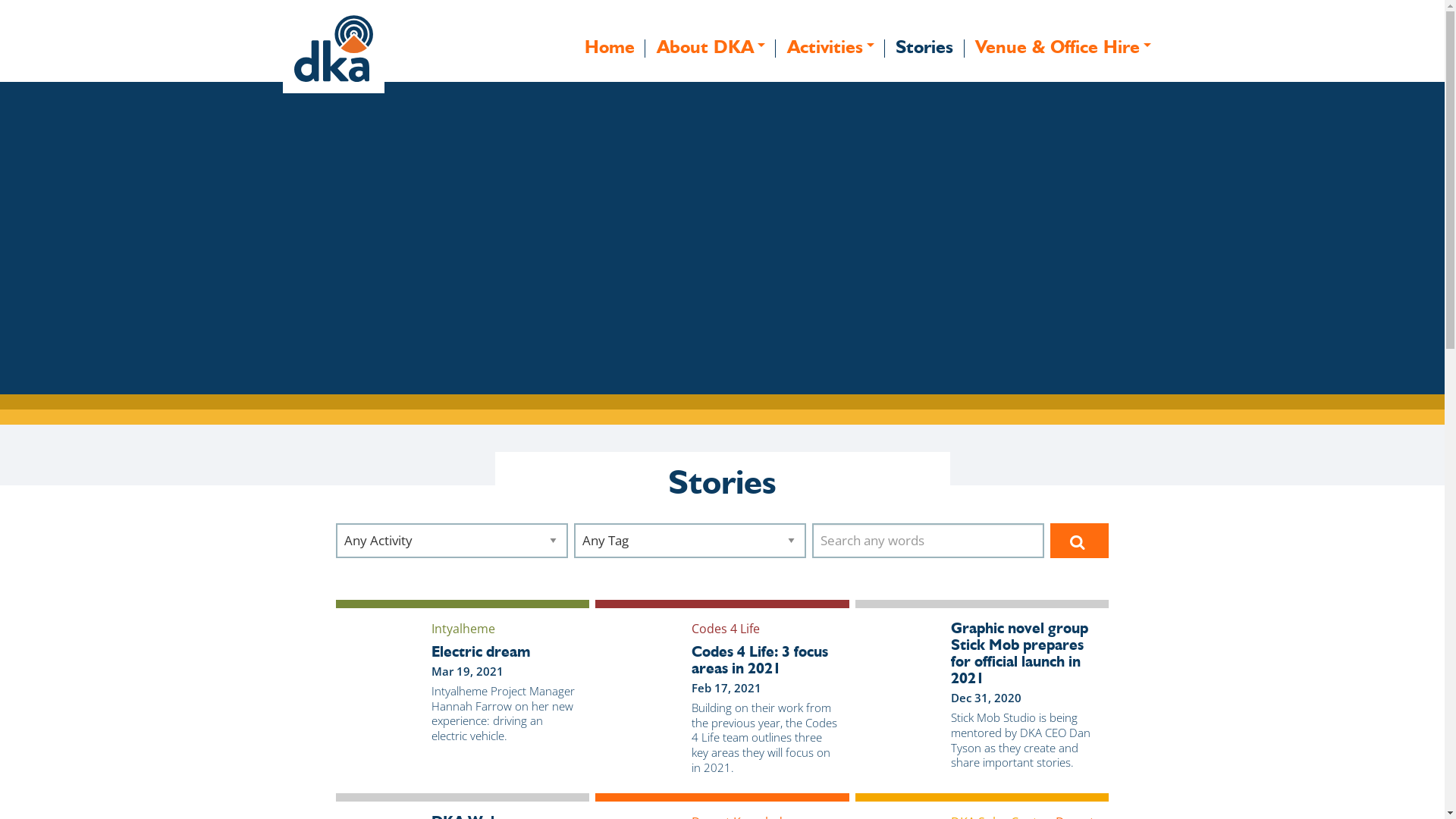 This screenshot has width=1456, height=819. Describe the element at coordinates (504, 651) in the screenshot. I see `'Electric dream'` at that location.